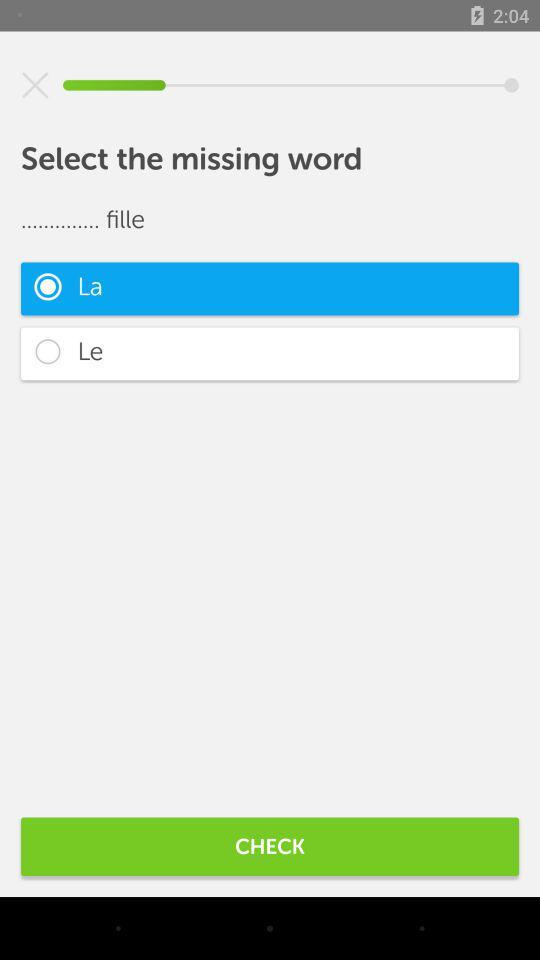 This screenshot has width=540, height=960. I want to click on la, so click(270, 287).